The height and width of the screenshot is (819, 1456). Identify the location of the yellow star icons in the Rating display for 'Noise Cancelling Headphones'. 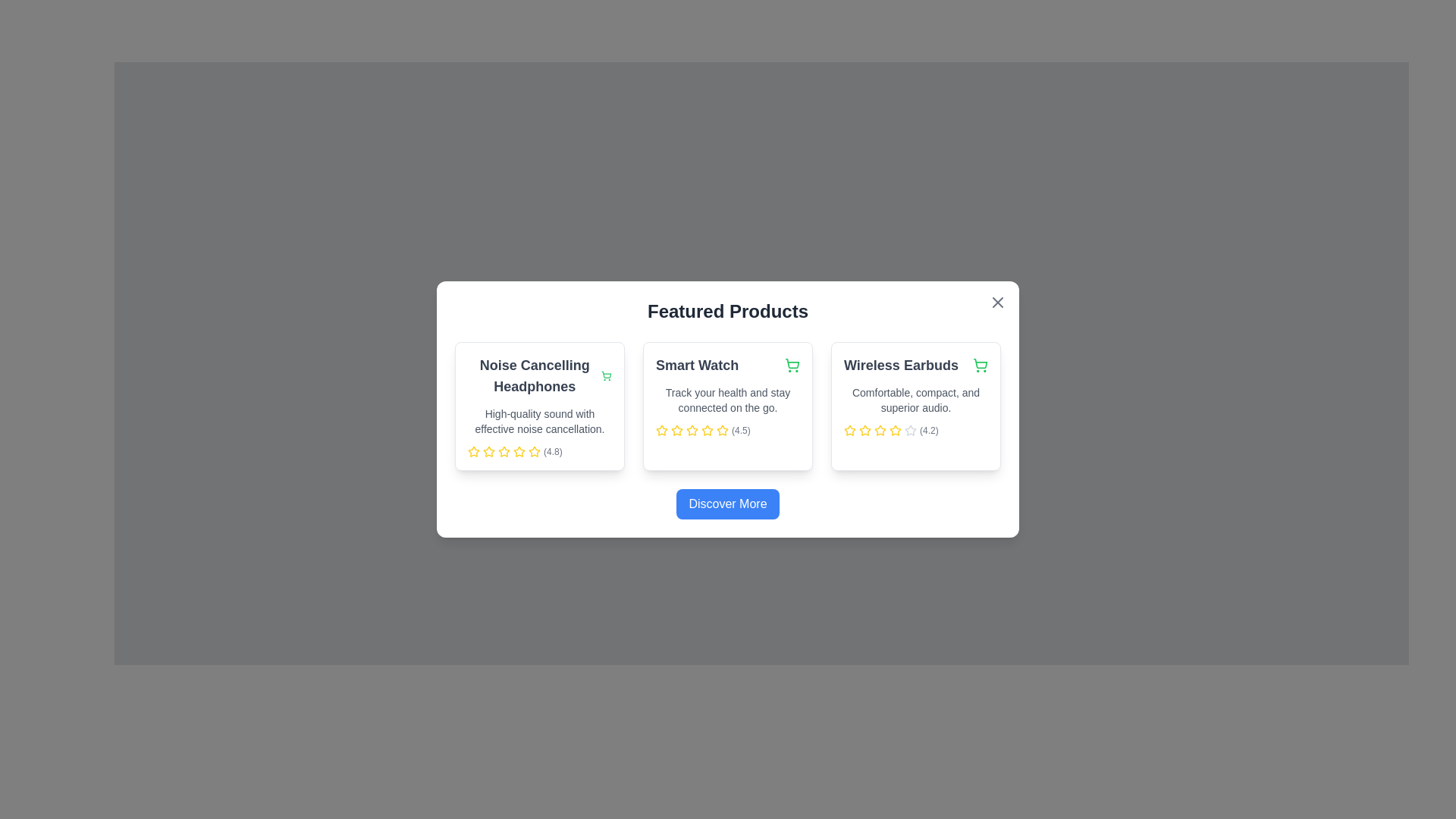
(539, 451).